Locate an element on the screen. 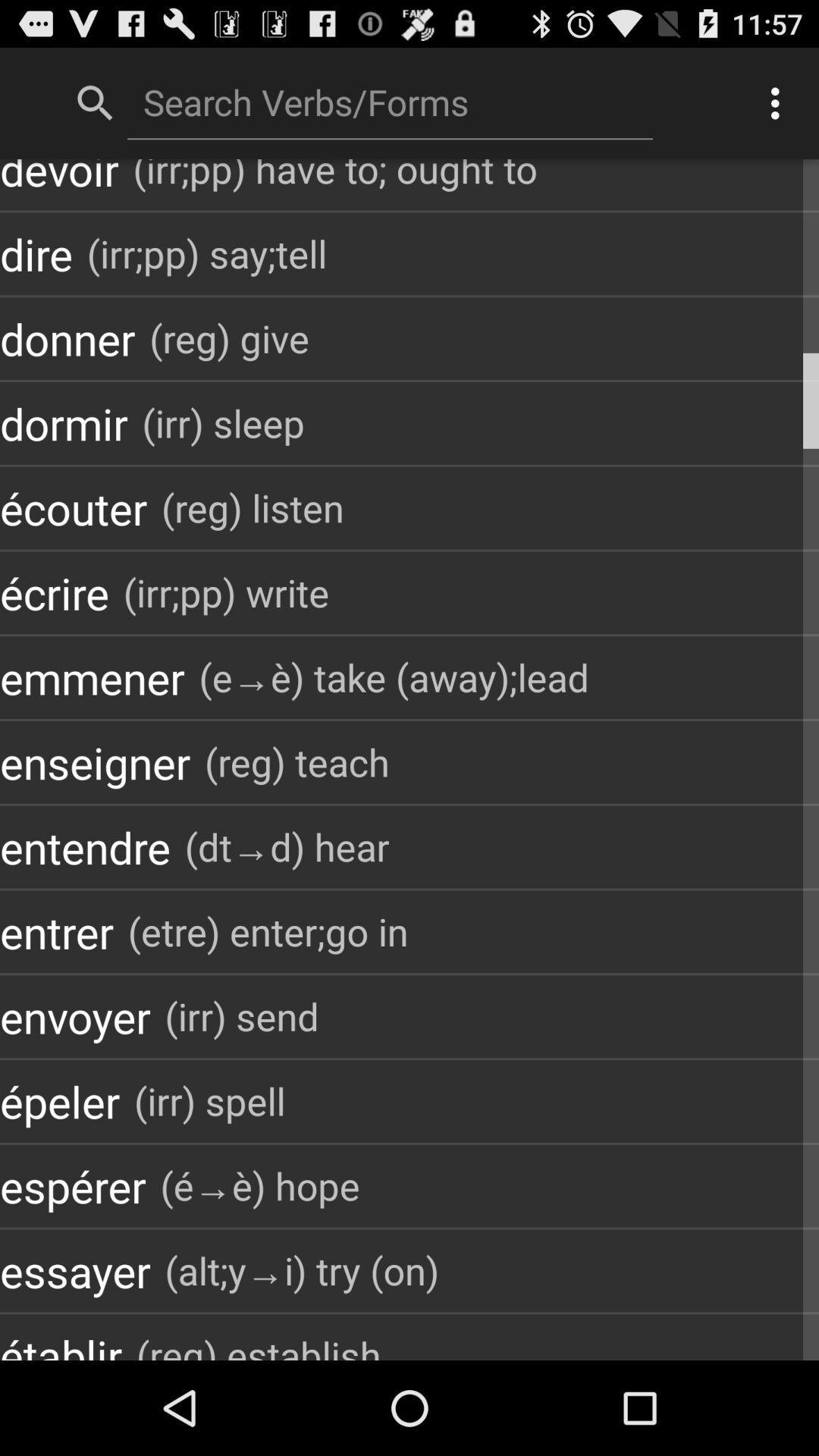  the item above enseigner item is located at coordinates (92, 676).